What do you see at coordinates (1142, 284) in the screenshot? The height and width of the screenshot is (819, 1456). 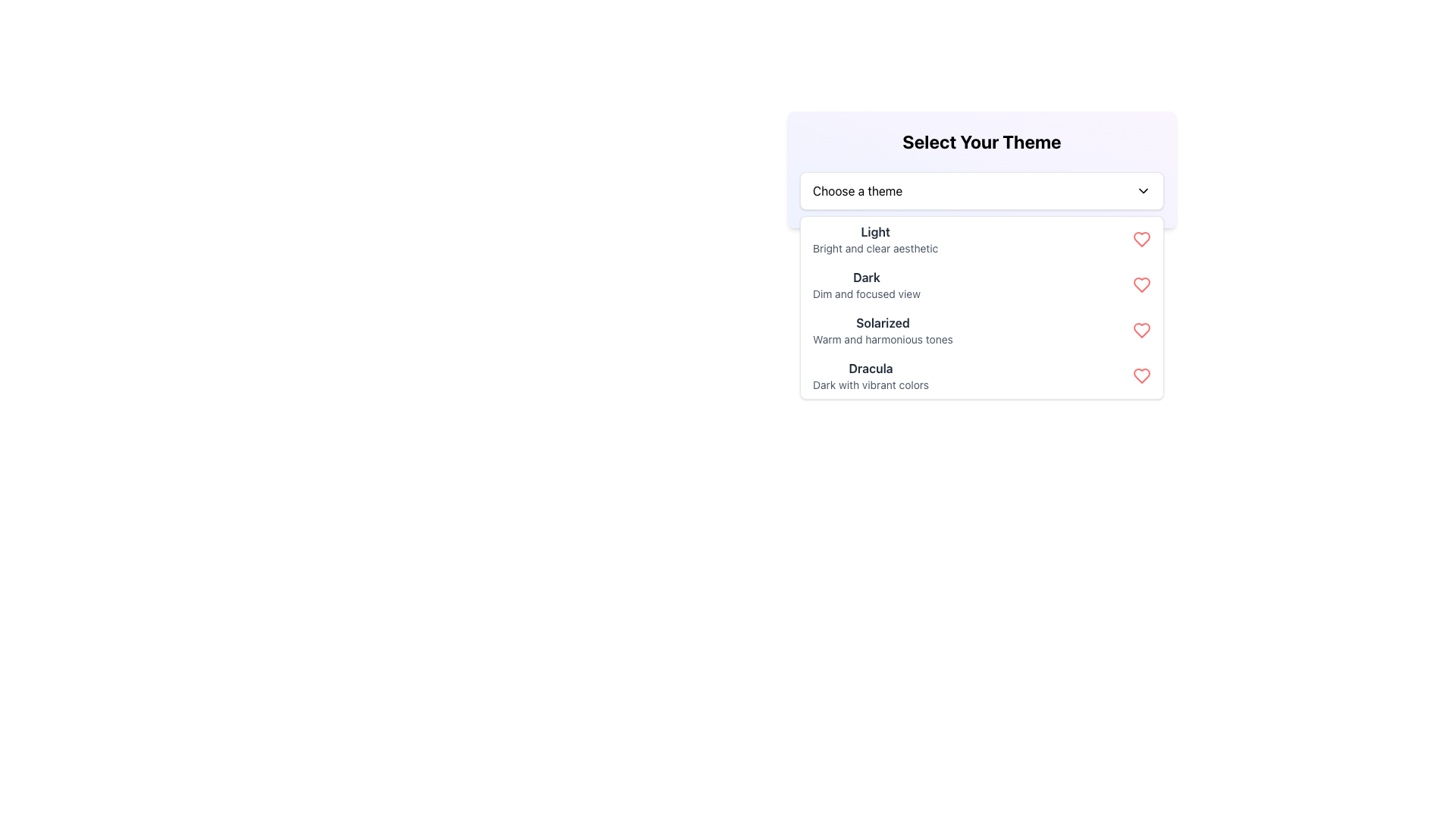 I see `the heart icon located to the right of the 'Dark' theme option in the dropdown menu to favorite the theme` at bounding box center [1142, 284].